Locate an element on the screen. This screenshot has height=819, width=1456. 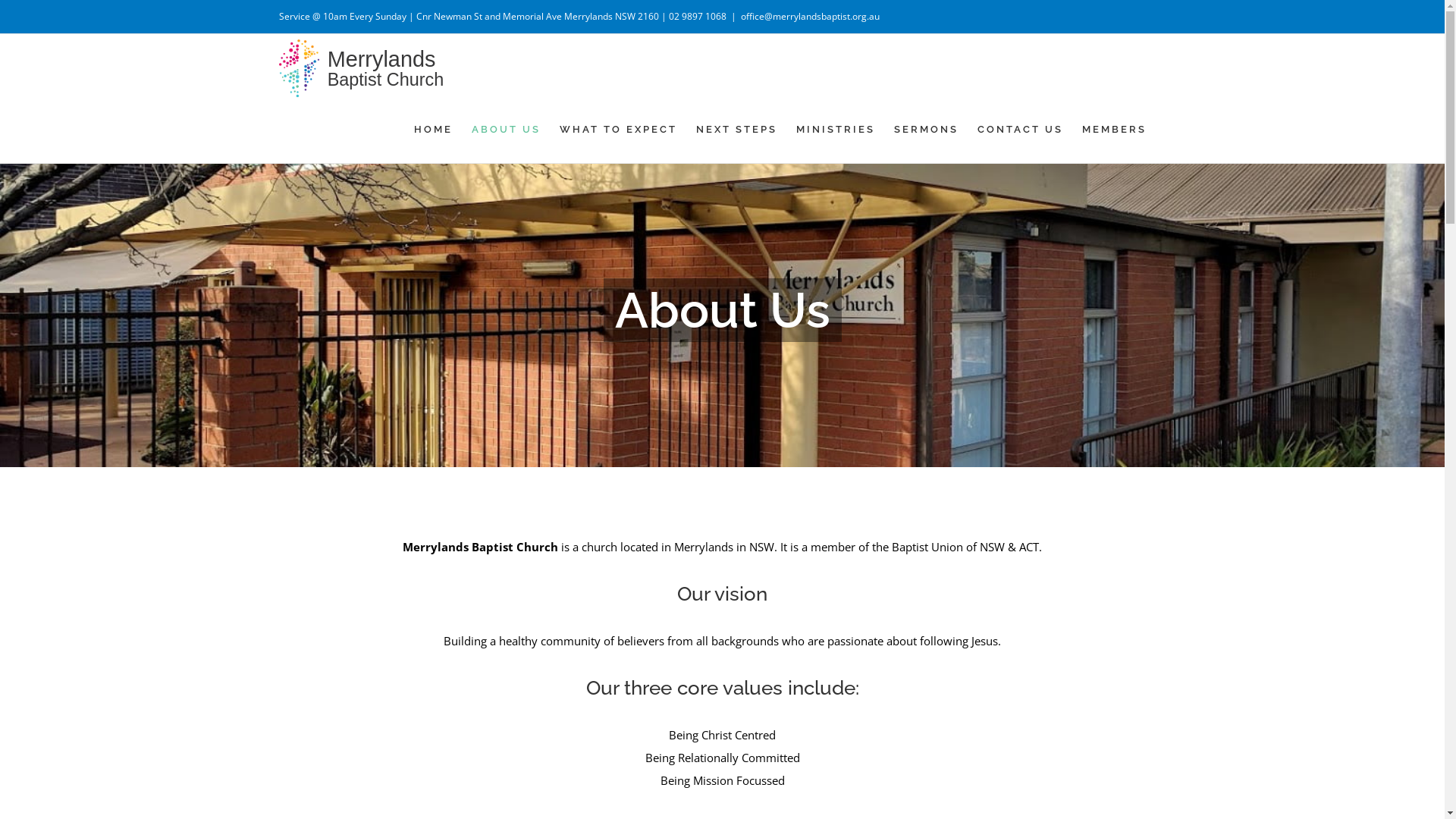
'SERMONS' is located at coordinates (925, 127).